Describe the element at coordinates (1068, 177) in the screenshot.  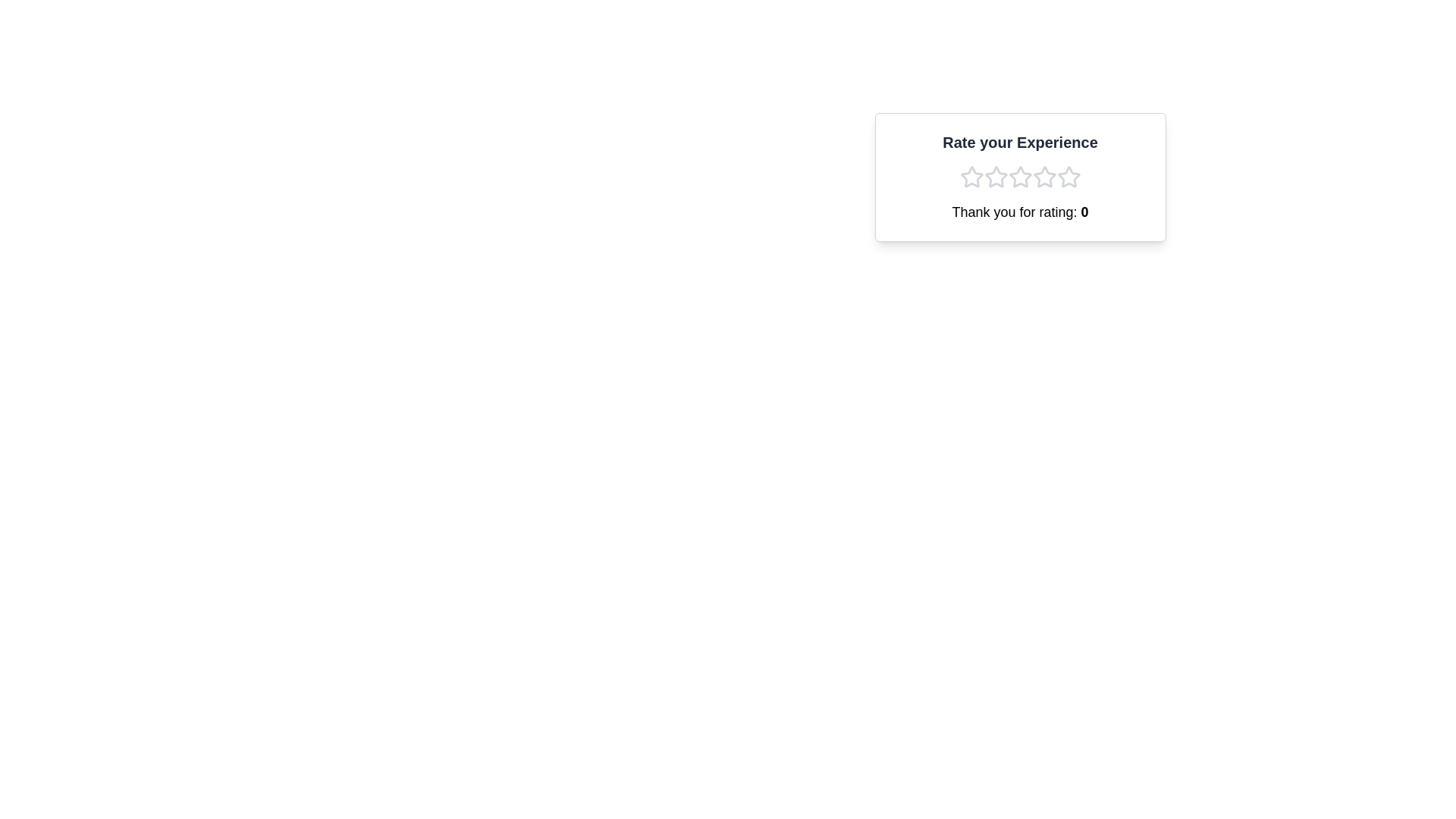
I see `the fifth star in the interactive rating icon to provide a rating of 5` at that location.